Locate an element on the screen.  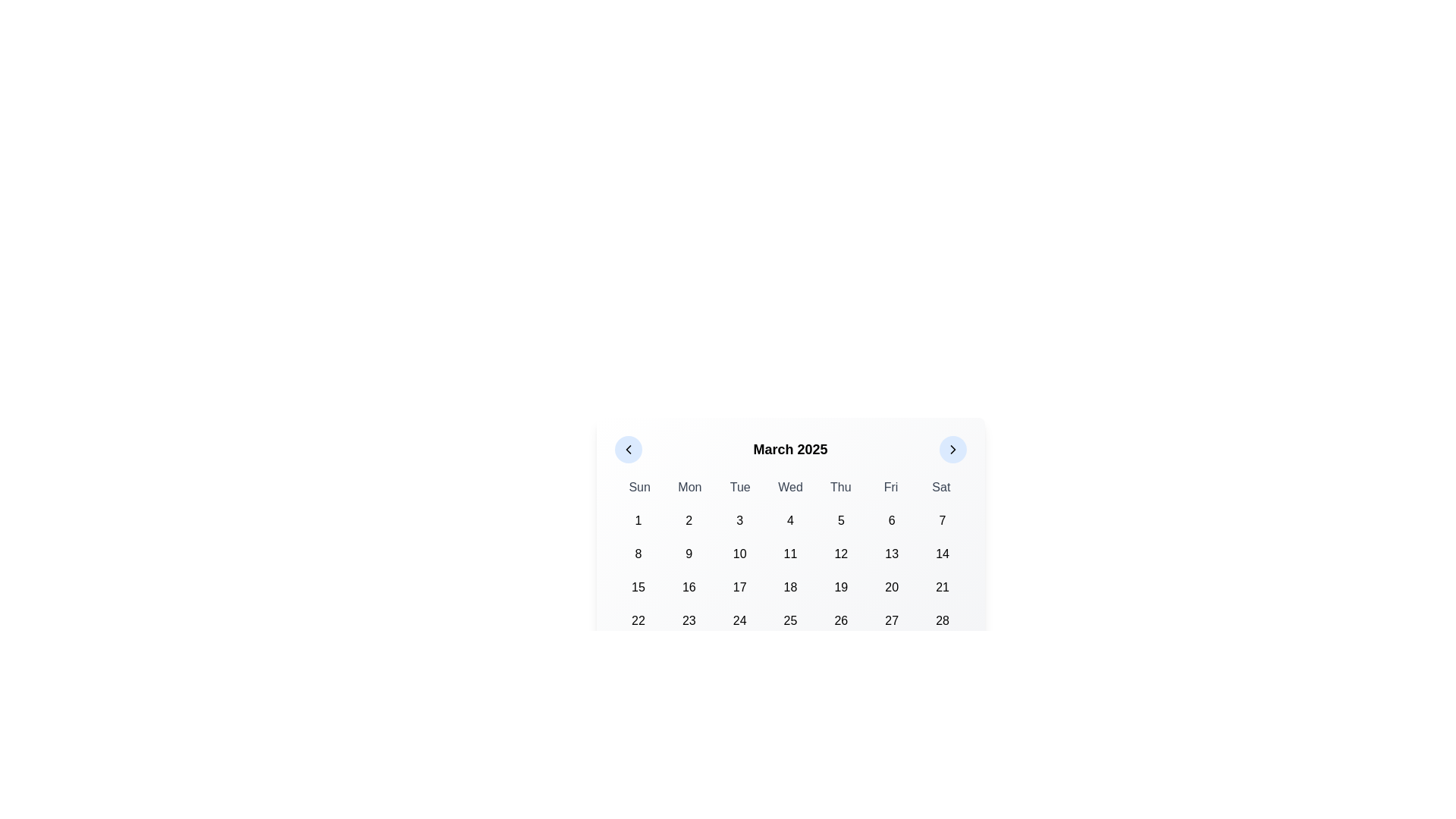
the interactive button representing the date '16th' is located at coordinates (688, 587).